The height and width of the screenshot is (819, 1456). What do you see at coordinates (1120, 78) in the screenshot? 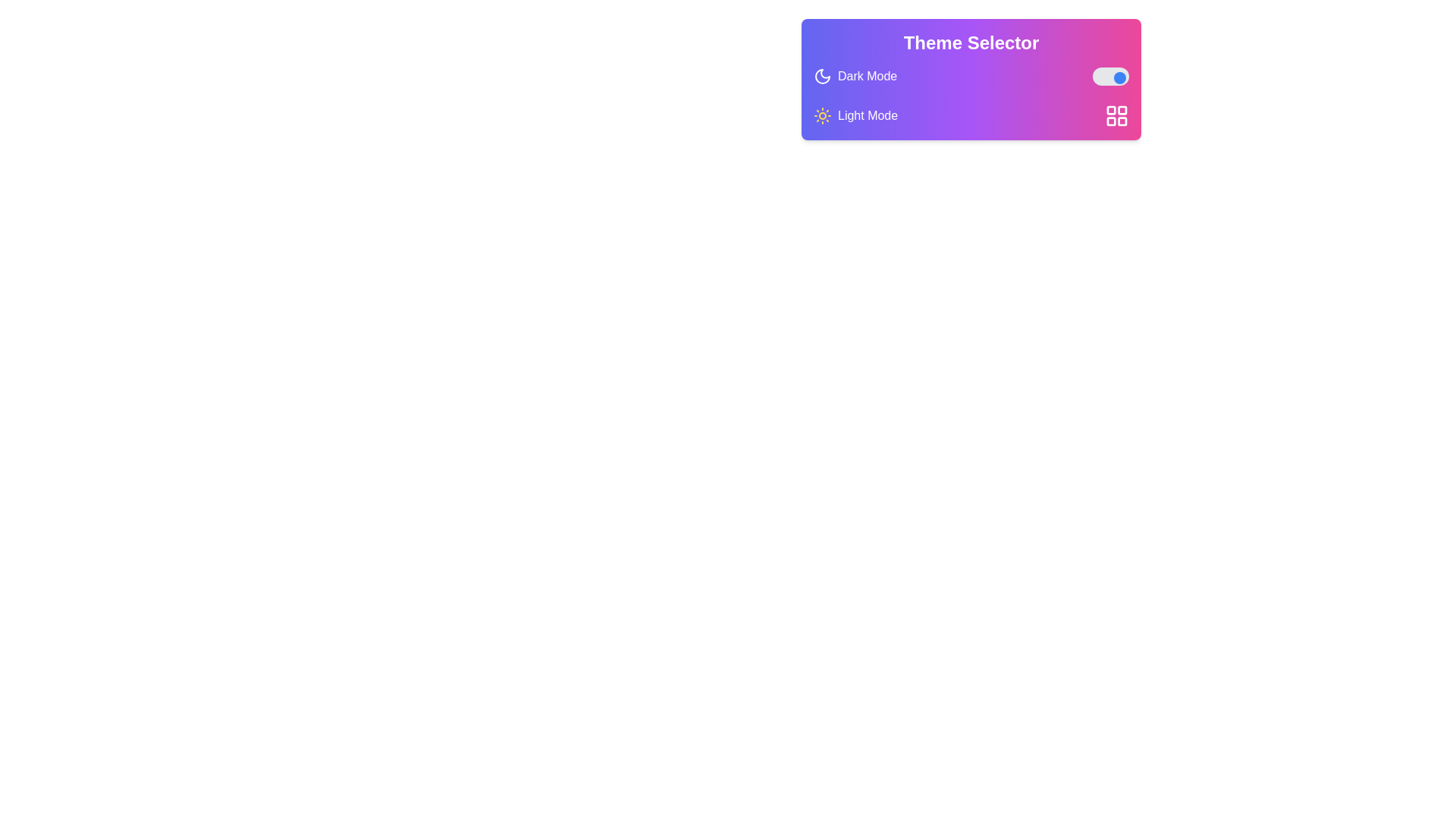
I see `the circular blue toggle switch indicator located on the right side of the toggle switch component in the top-right section of the interface` at bounding box center [1120, 78].